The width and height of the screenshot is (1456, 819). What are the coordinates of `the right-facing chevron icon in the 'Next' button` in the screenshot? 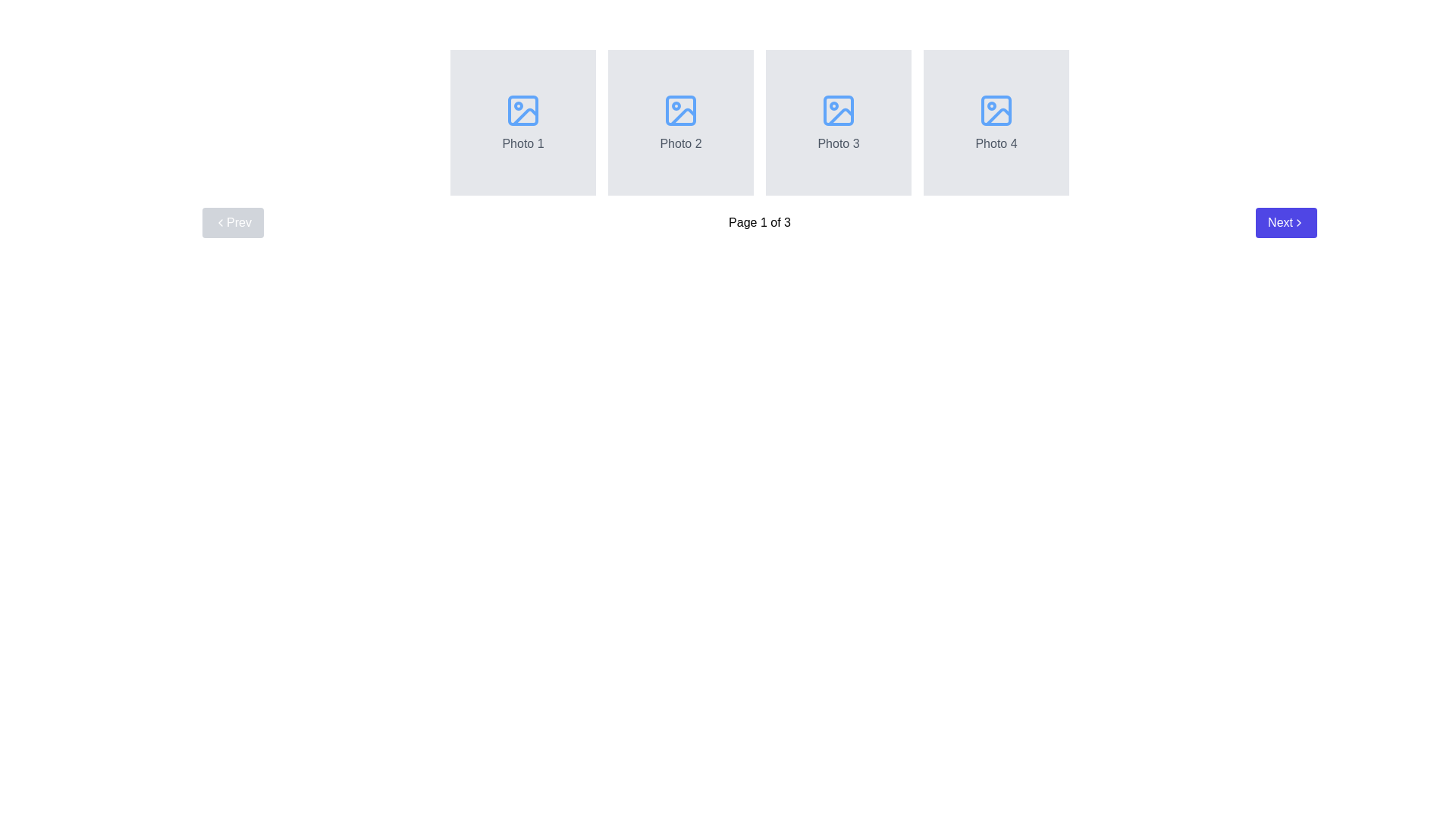 It's located at (1298, 222).